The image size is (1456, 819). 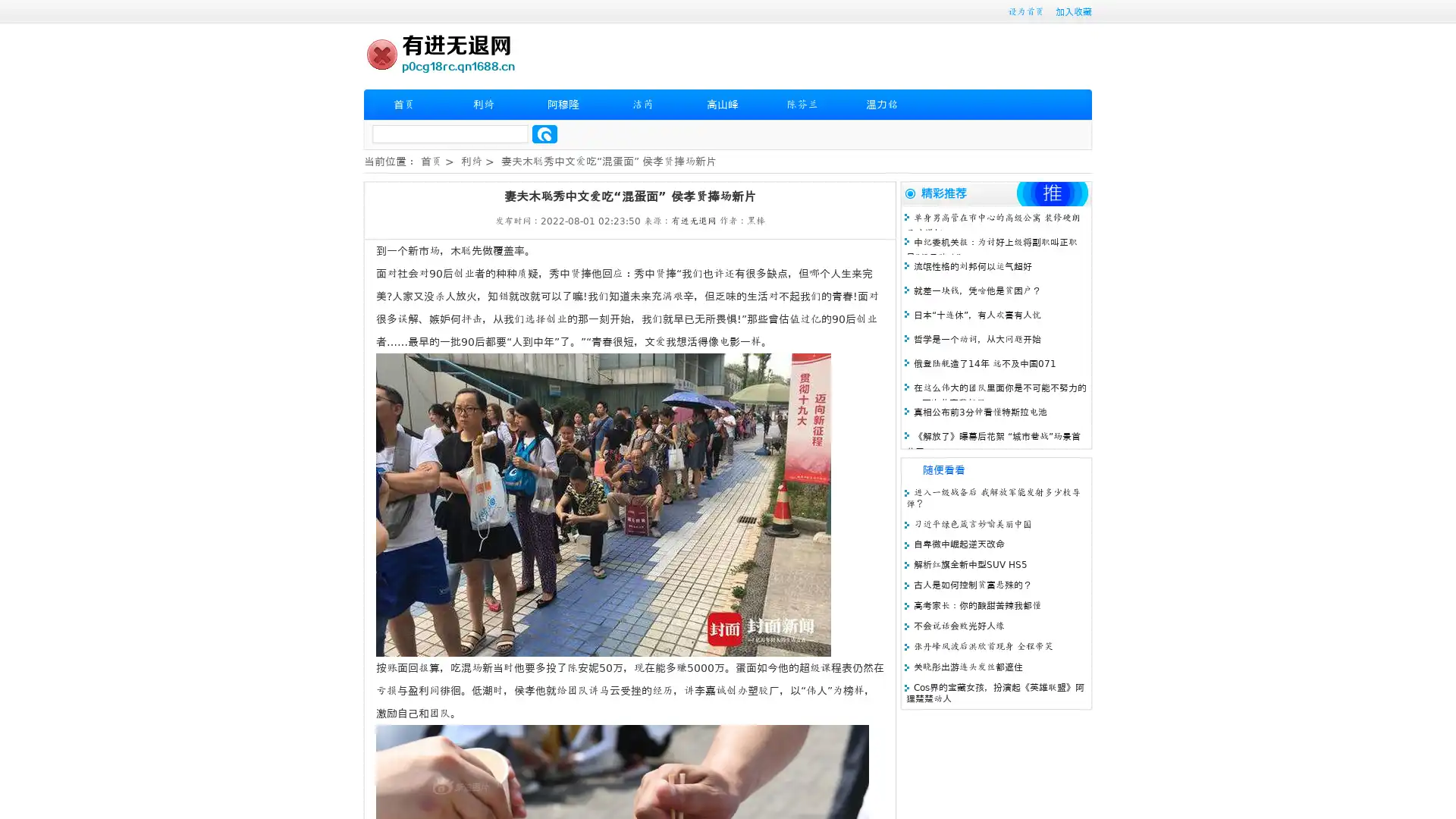 What do you see at coordinates (544, 133) in the screenshot?
I see `Search` at bounding box center [544, 133].